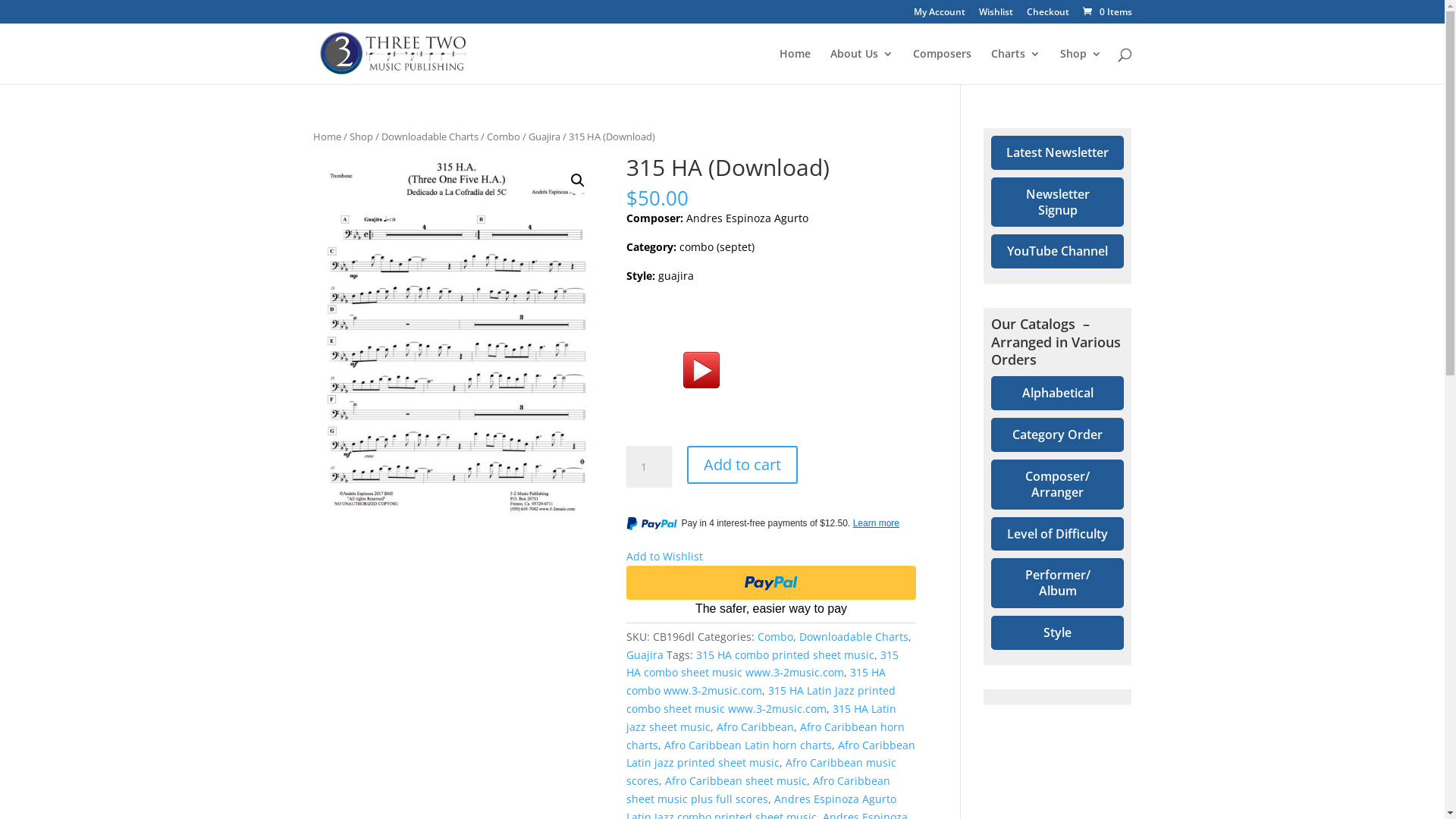 The width and height of the screenshot is (1456, 819). I want to click on 'Guajira', so click(645, 654).